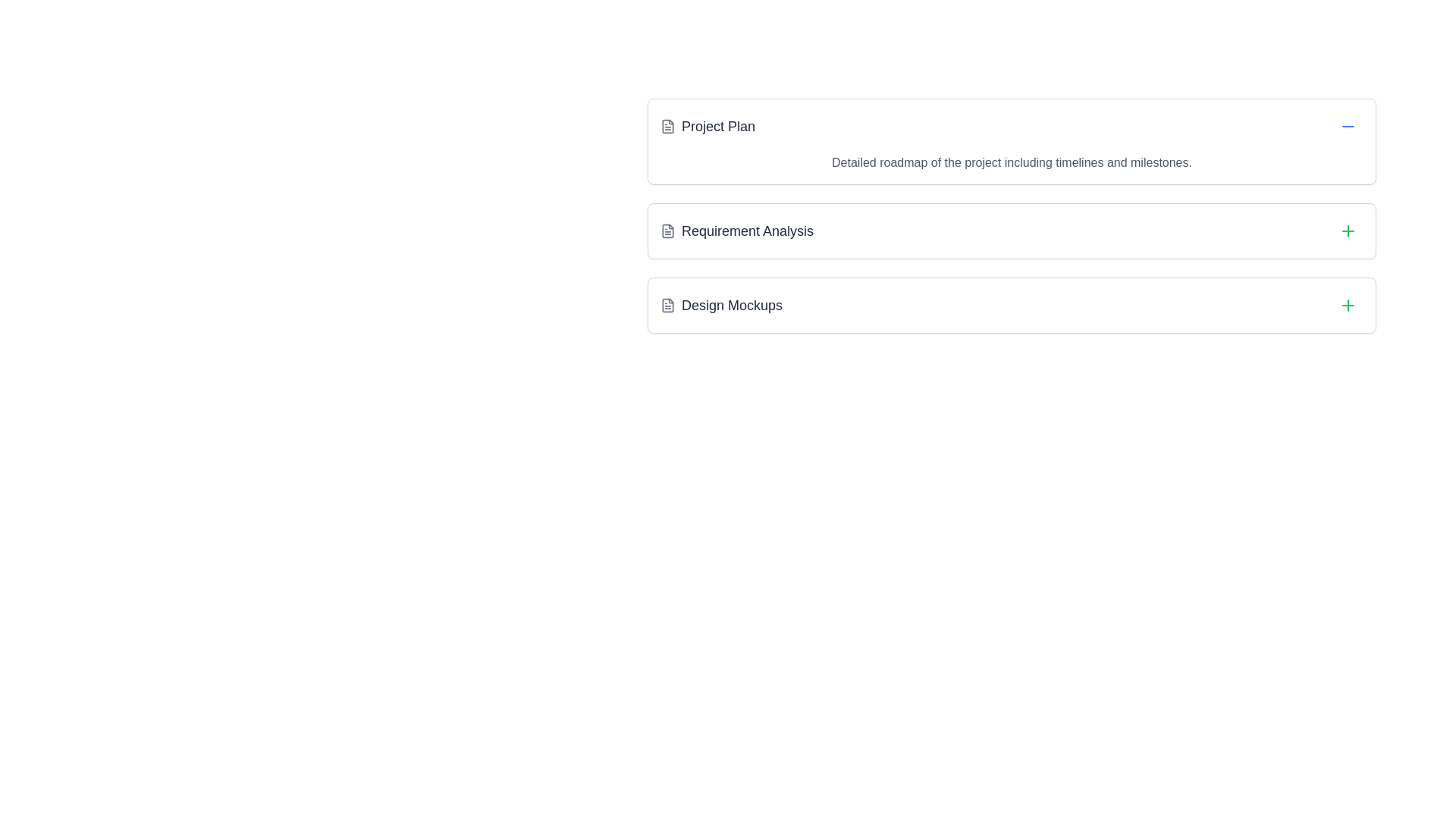  I want to click on the button located to the far right of the 'Design Mockups' item, so click(1348, 305).